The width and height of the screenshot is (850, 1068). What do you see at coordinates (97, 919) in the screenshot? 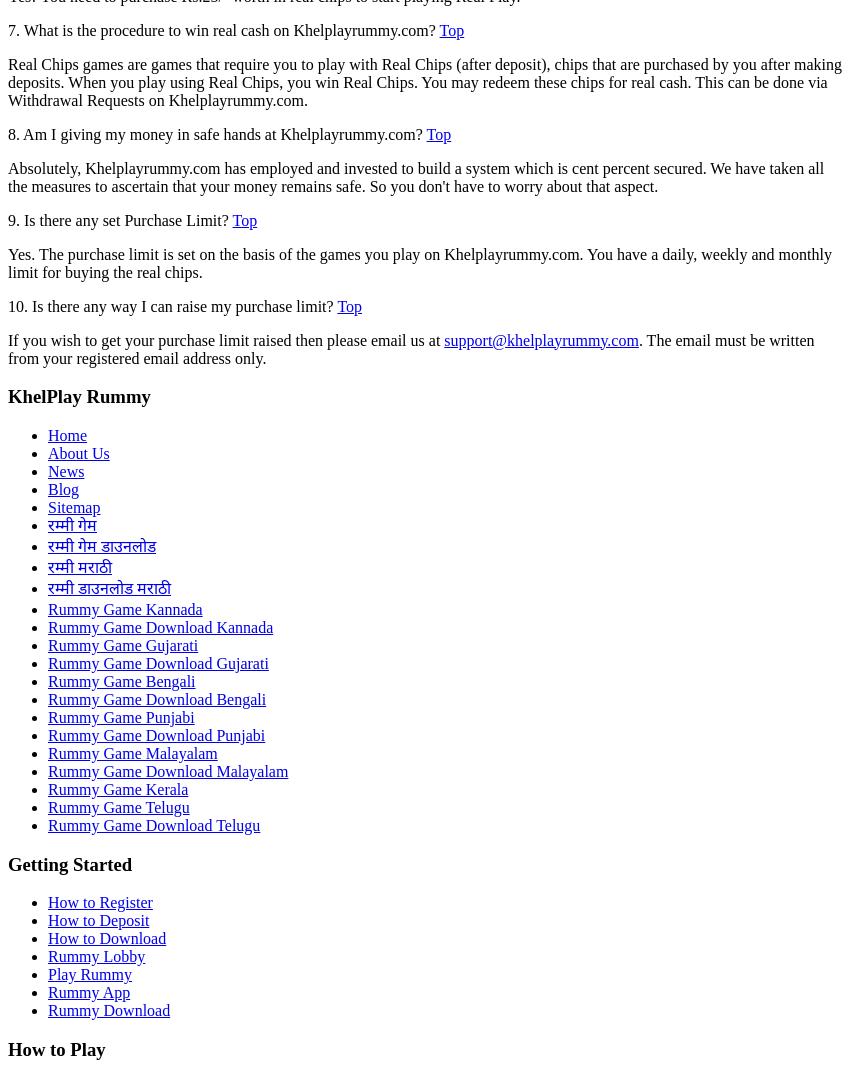
I see `'How to Deposit'` at bounding box center [97, 919].